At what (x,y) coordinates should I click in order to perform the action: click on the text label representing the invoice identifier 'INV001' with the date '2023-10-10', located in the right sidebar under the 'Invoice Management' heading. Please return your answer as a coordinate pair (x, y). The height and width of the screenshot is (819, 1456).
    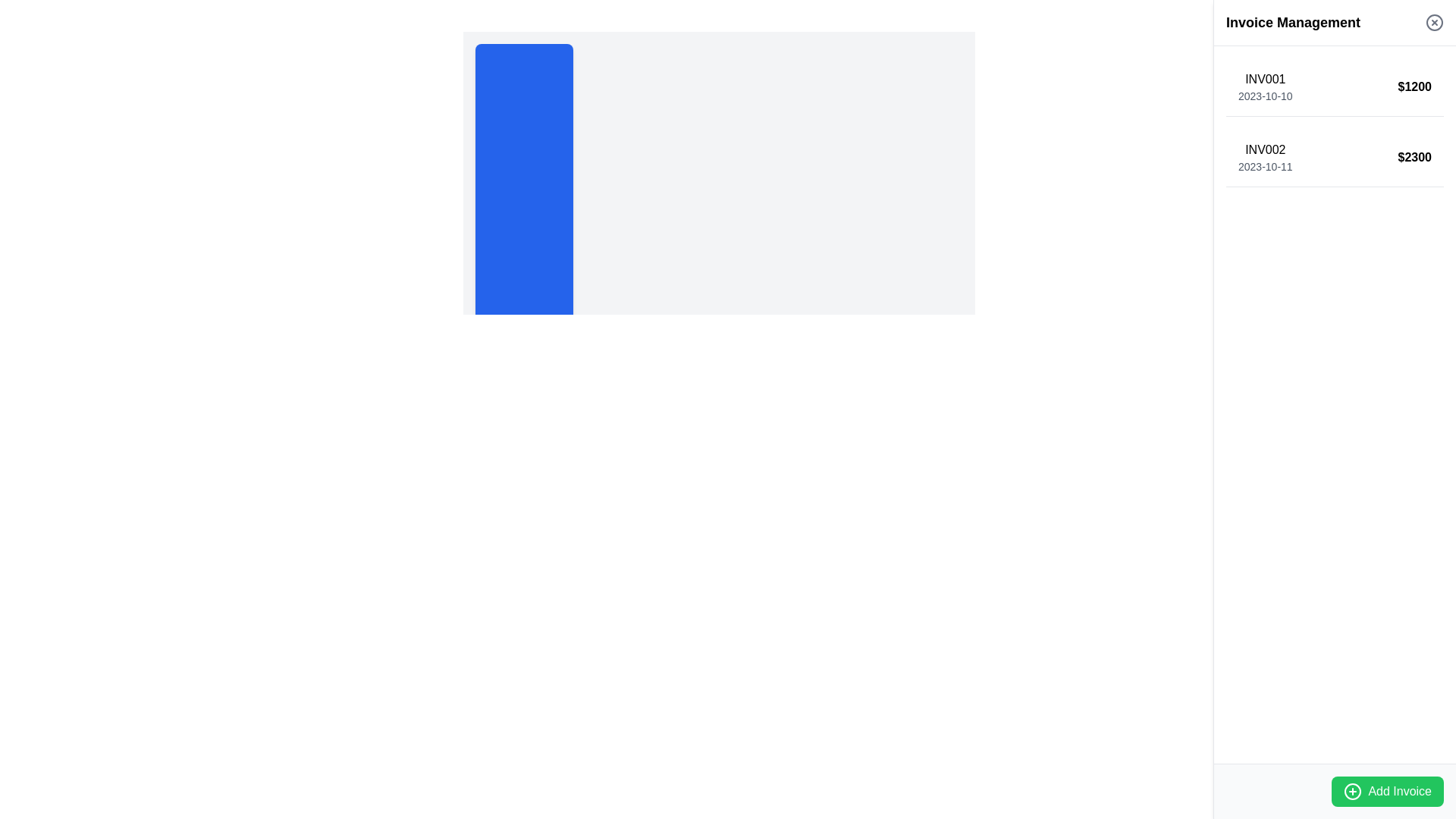
    Looking at the image, I should click on (1265, 87).